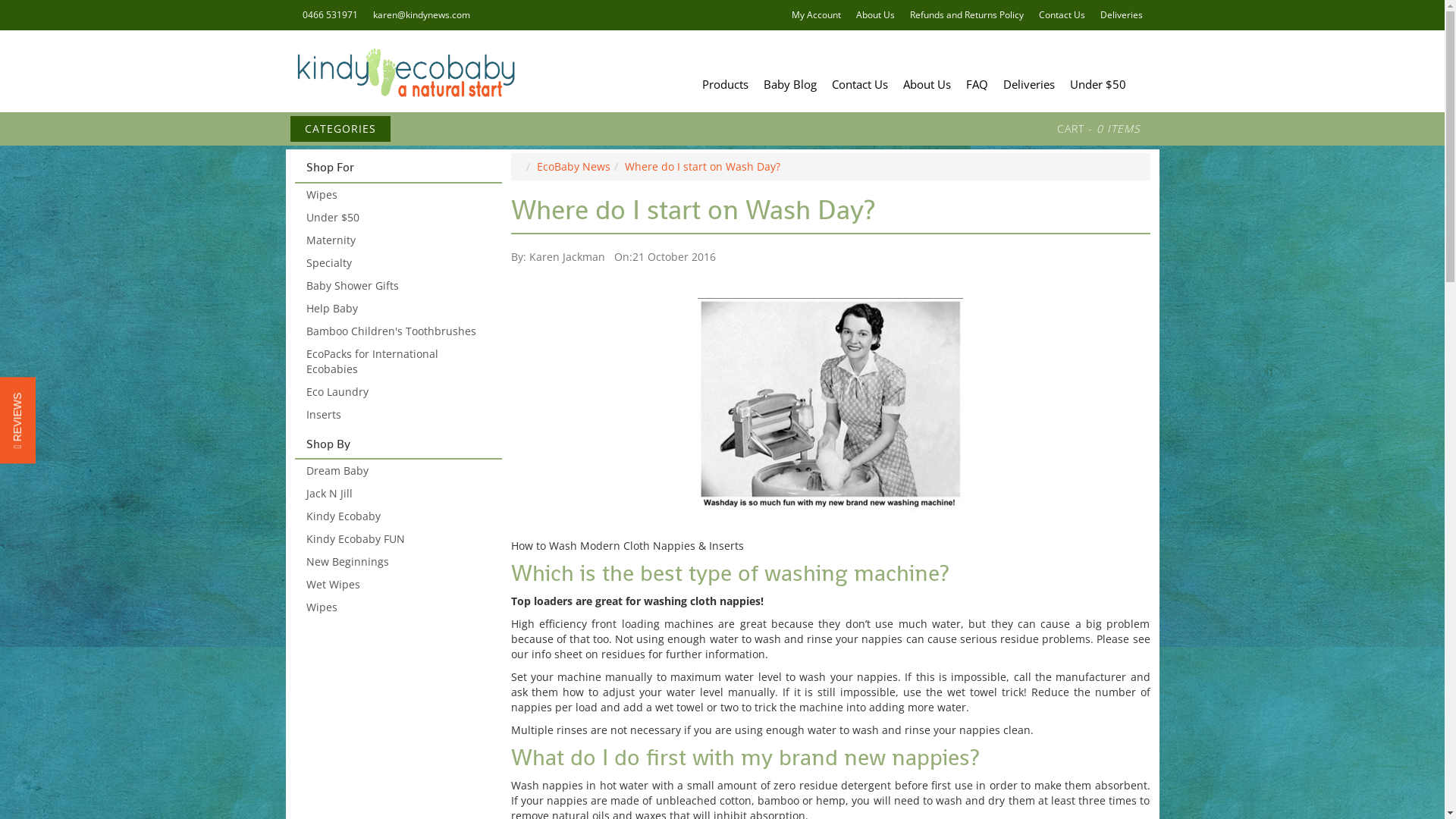 This screenshot has width=1456, height=819. What do you see at coordinates (397, 262) in the screenshot?
I see `'Specialty'` at bounding box center [397, 262].